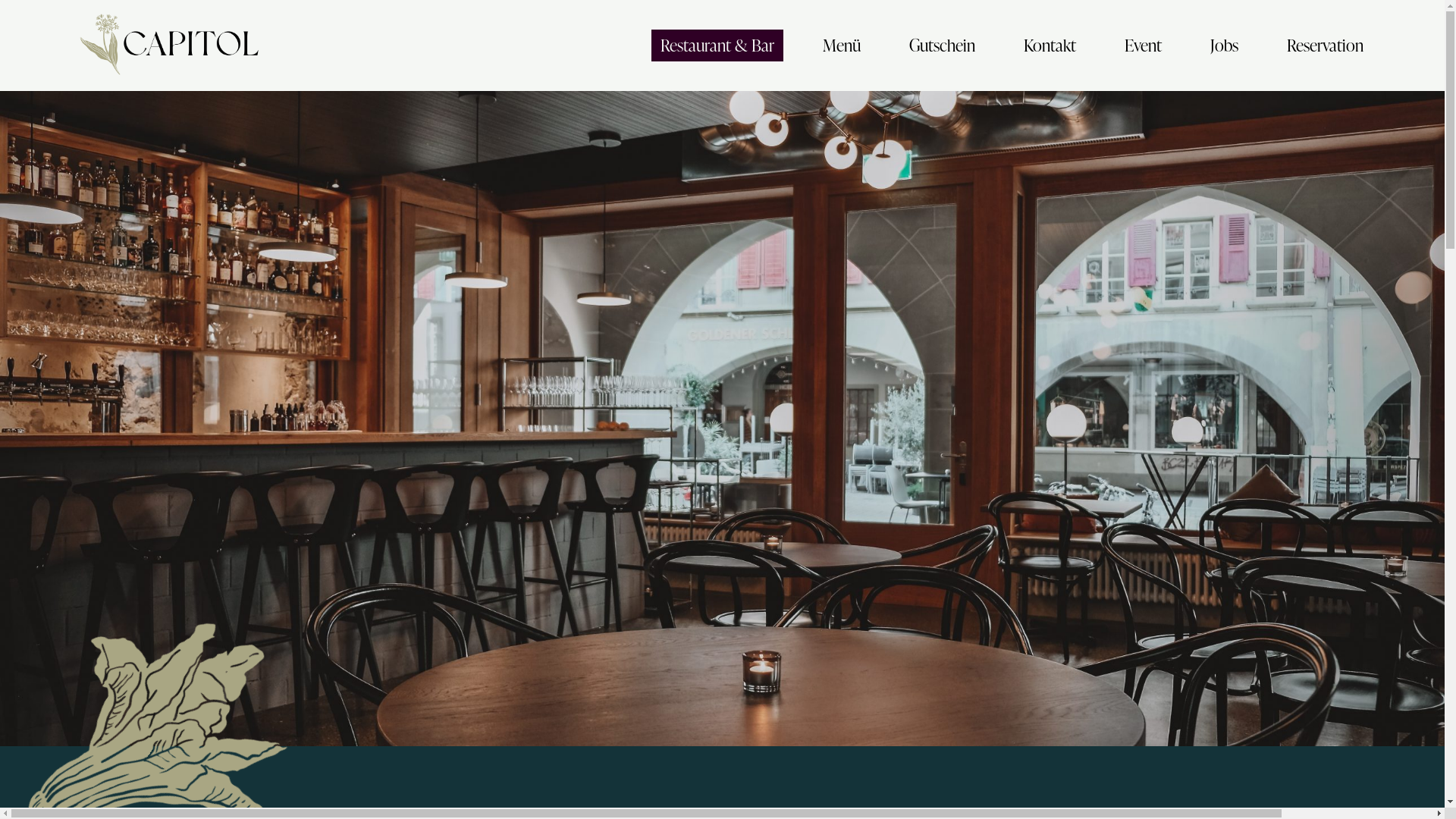  What do you see at coordinates (1049, 45) in the screenshot?
I see `'Kontakt'` at bounding box center [1049, 45].